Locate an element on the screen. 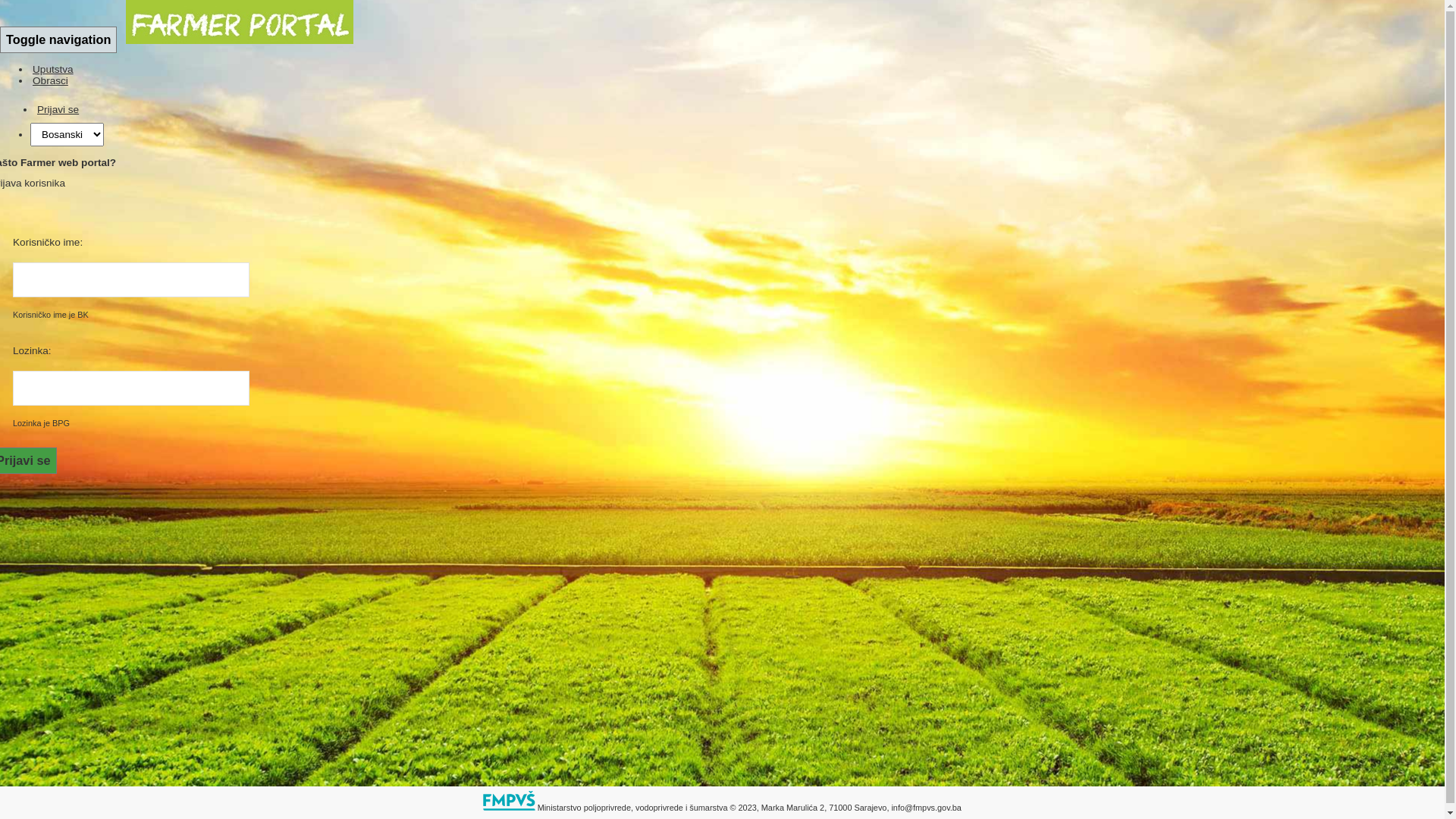 Image resolution: width=1456 pixels, height=819 pixels. 'Toggle navigation' is located at coordinates (0, 39).